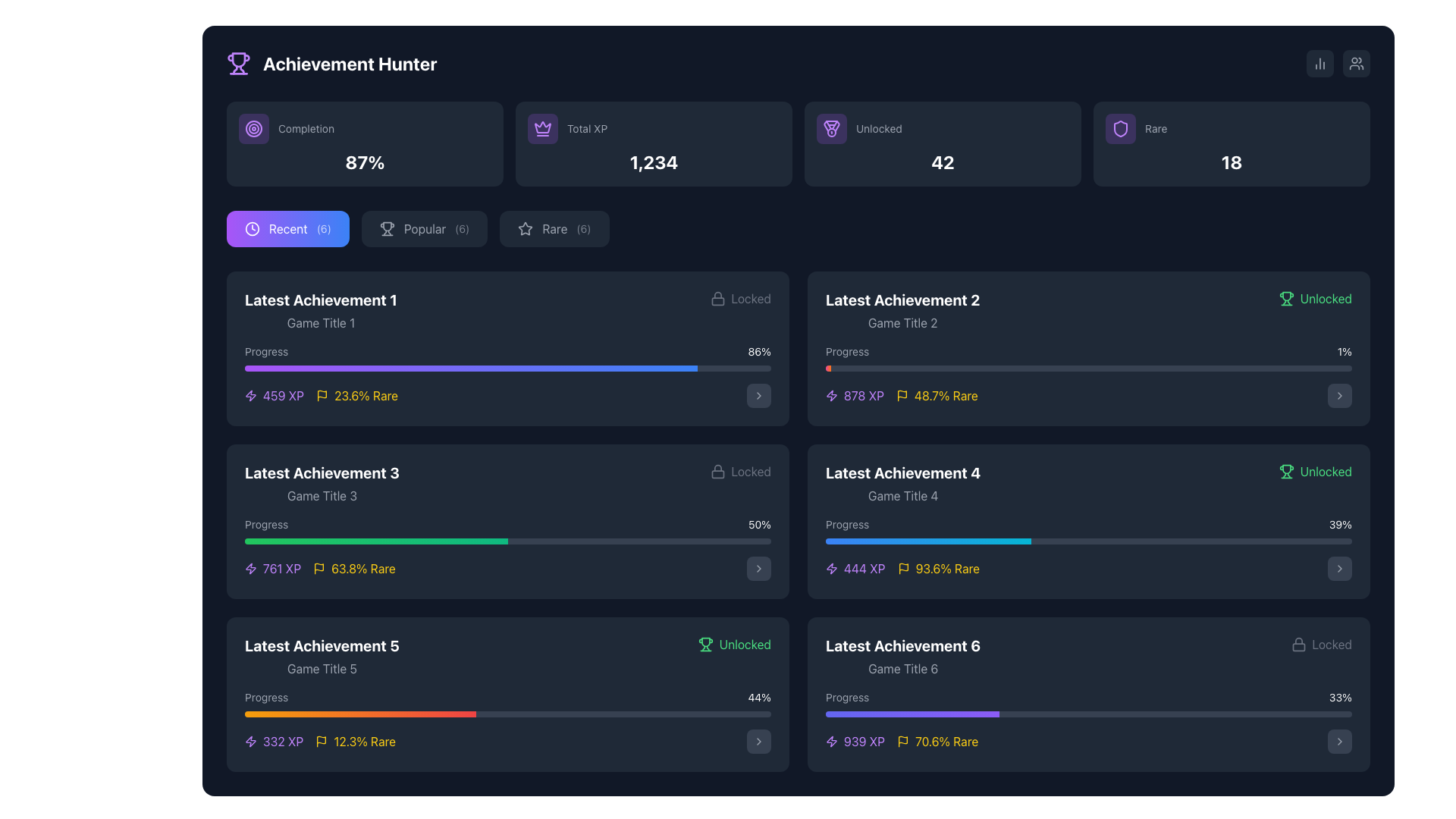 Image resolution: width=1456 pixels, height=819 pixels. What do you see at coordinates (251, 741) in the screenshot?
I see `the graphical icon resembling a lightning bolt located in the 'Latest Achievement 5' section, next to the '332 XP' text` at bounding box center [251, 741].